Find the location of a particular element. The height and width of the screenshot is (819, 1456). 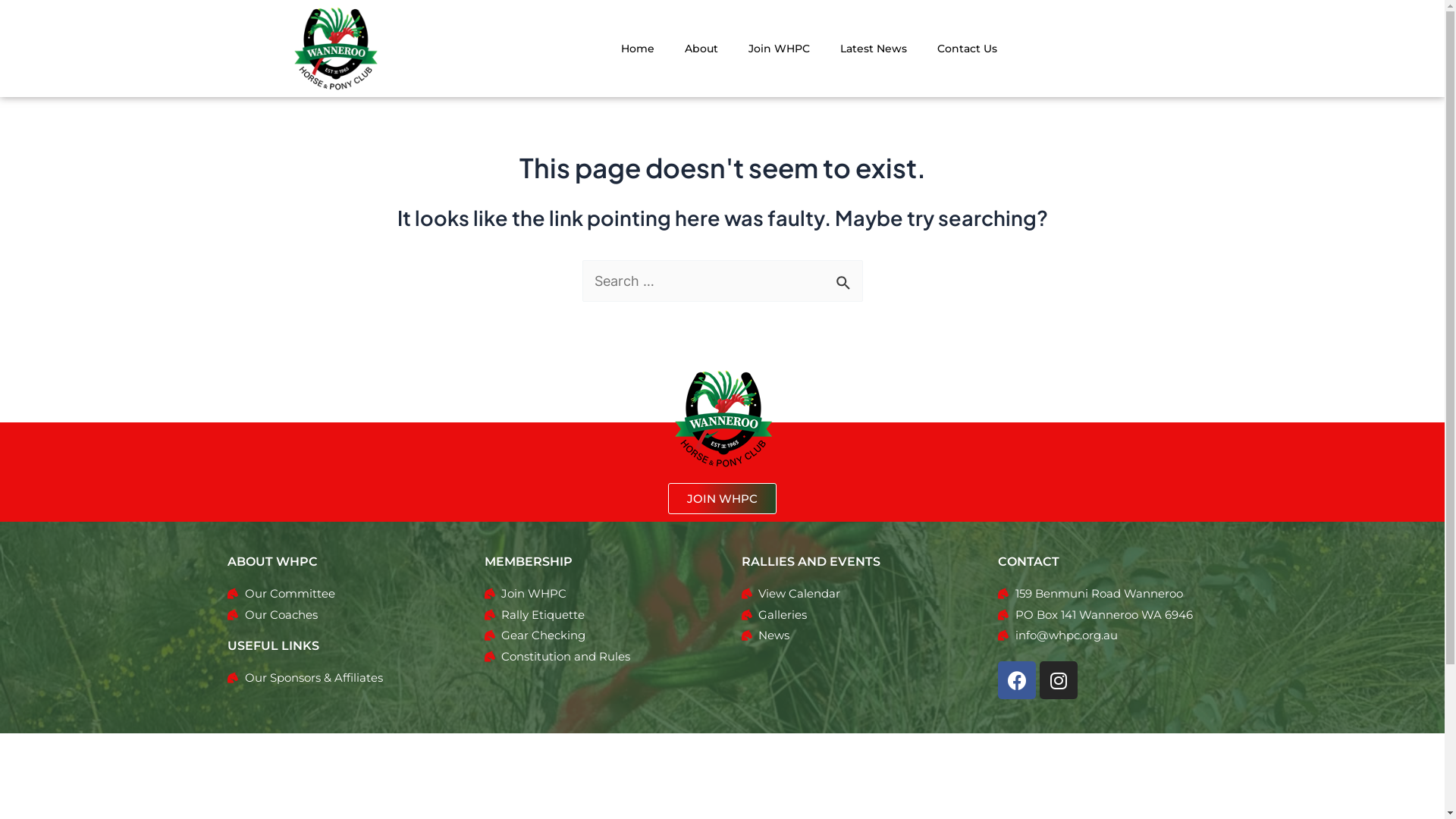

'JOIN WHPC' is located at coordinates (721, 498).